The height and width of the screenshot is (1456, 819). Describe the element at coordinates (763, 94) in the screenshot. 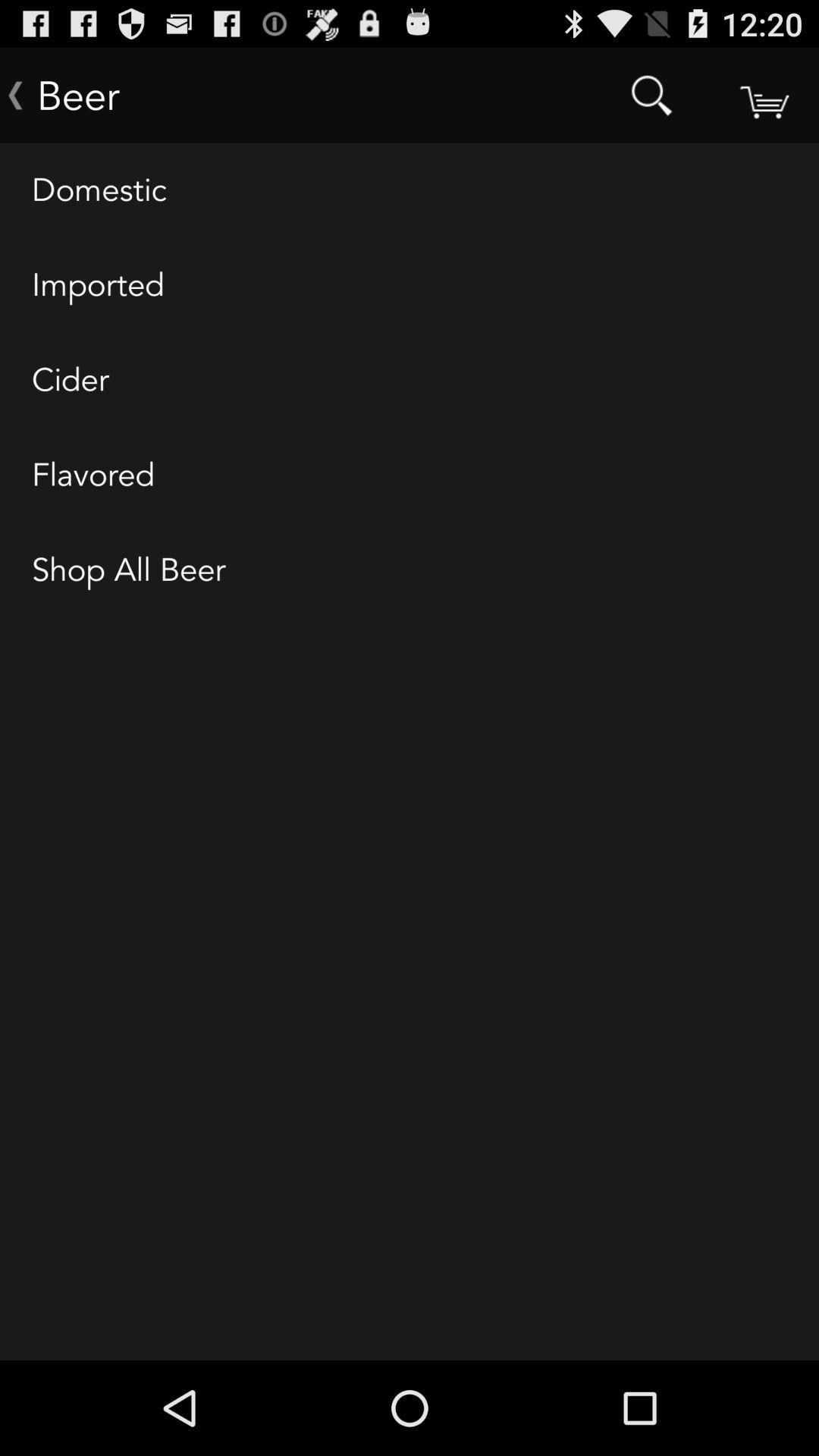

I see `directions` at that location.